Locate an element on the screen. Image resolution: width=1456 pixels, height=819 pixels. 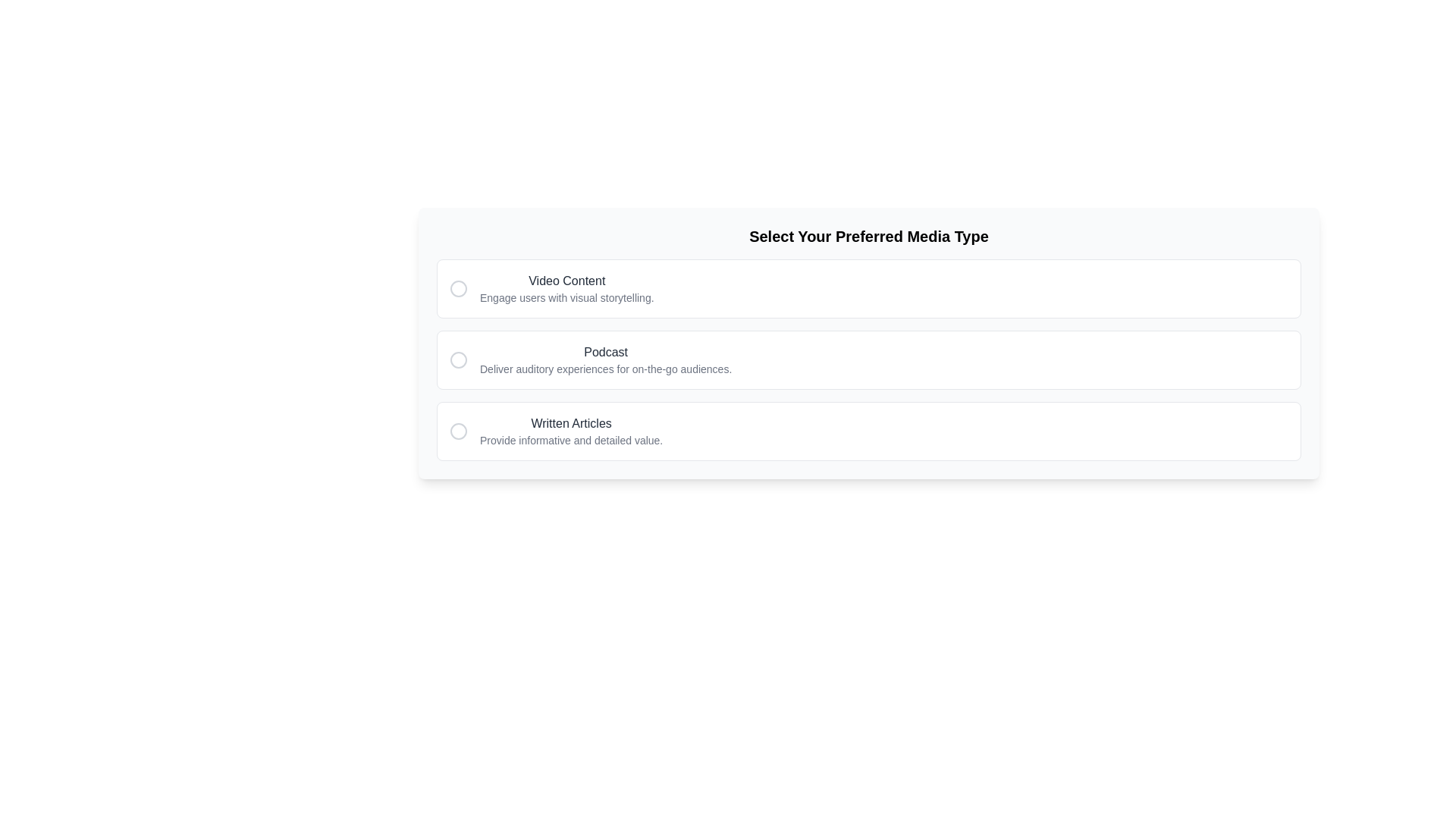
the state of the SVG circle representing the radio button next to the 'Written Articles' option in the media type selection area is located at coordinates (457, 431).